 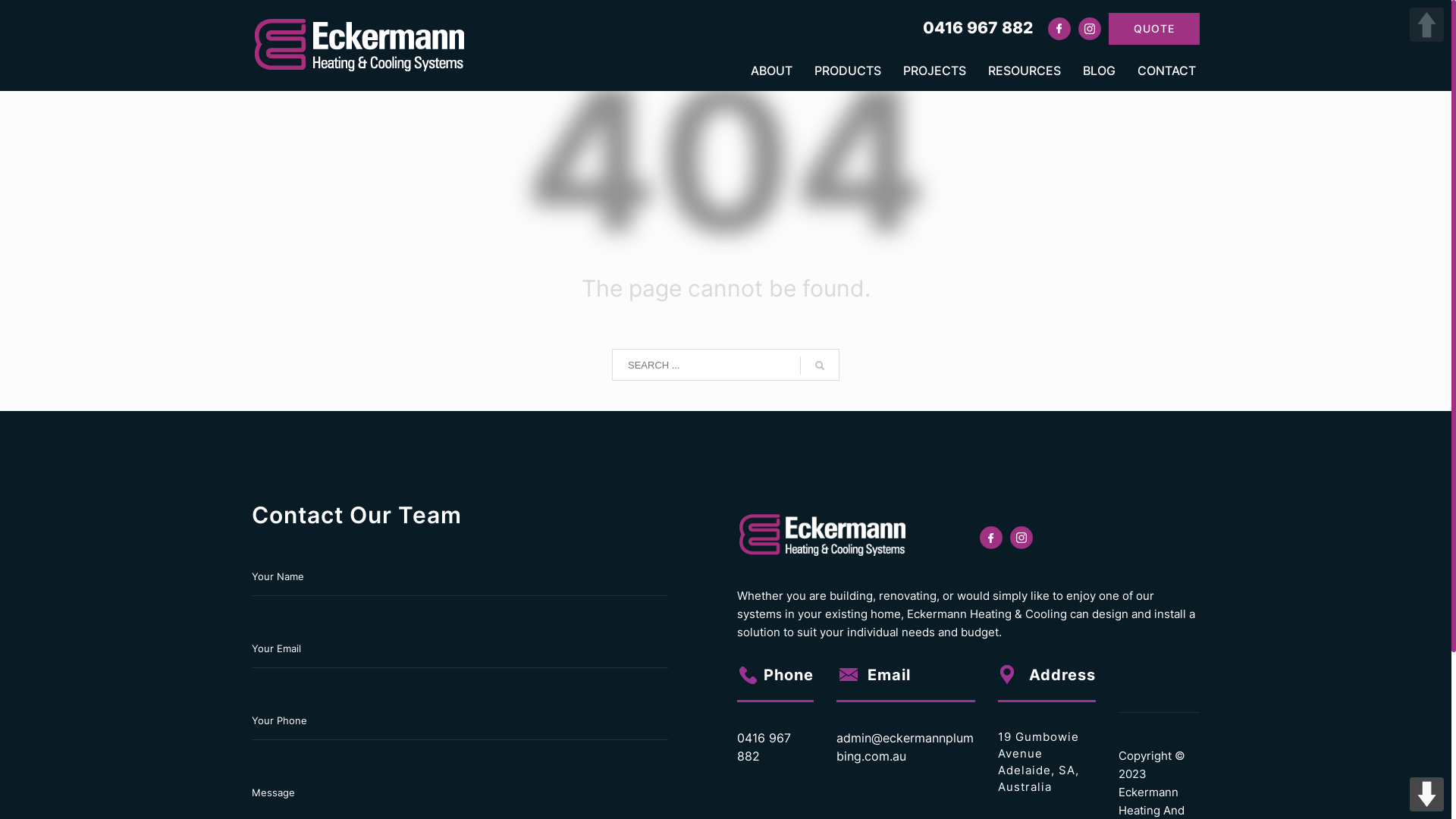 What do you see at coordinates (997, 762) in the screenshot?
I see `'19 Gumbowie Avenue Adelaide, SA, Australia'` at bounding box center [997, 762].